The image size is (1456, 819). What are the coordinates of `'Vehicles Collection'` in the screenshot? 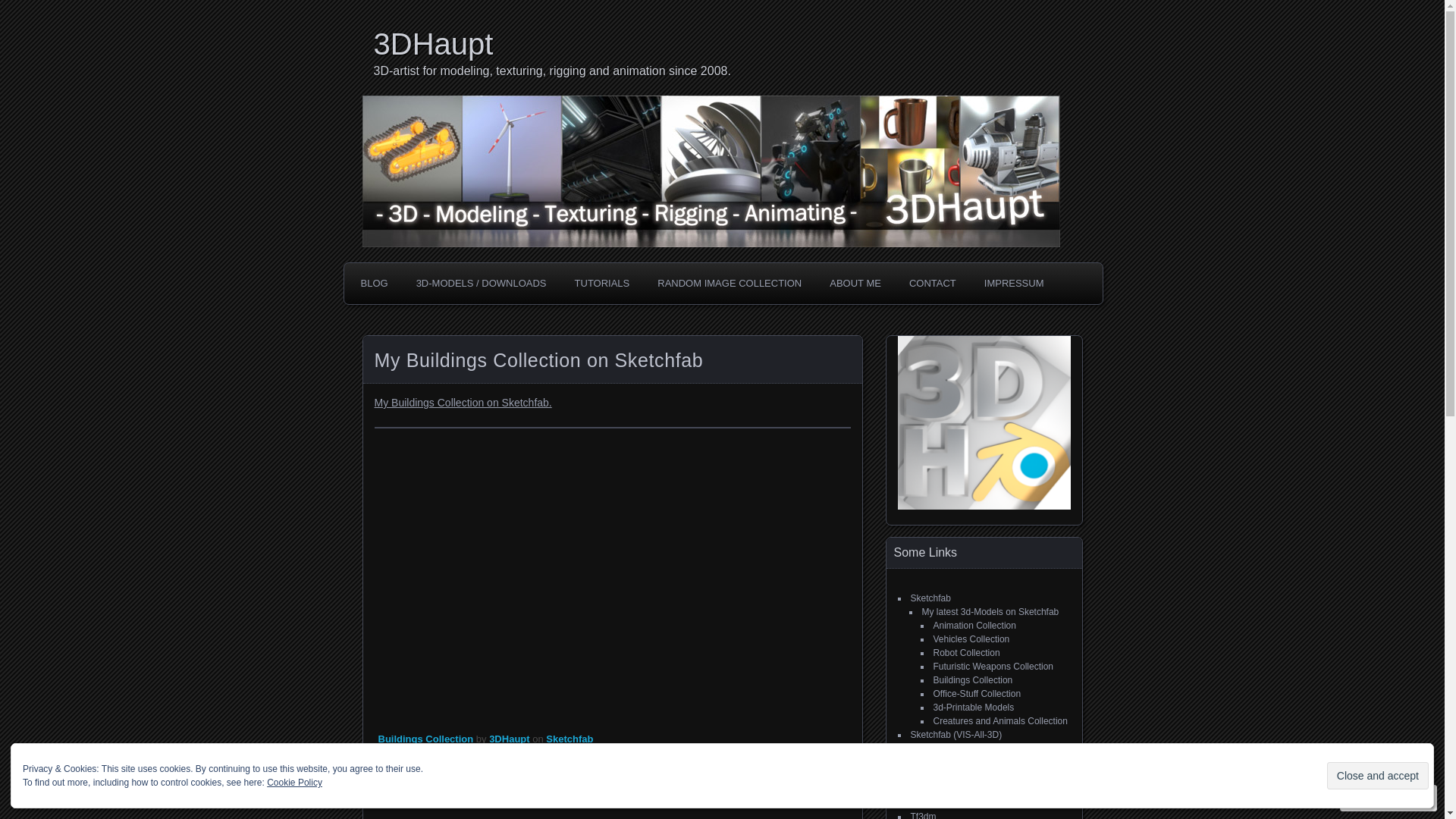 It's located at (971, 639).